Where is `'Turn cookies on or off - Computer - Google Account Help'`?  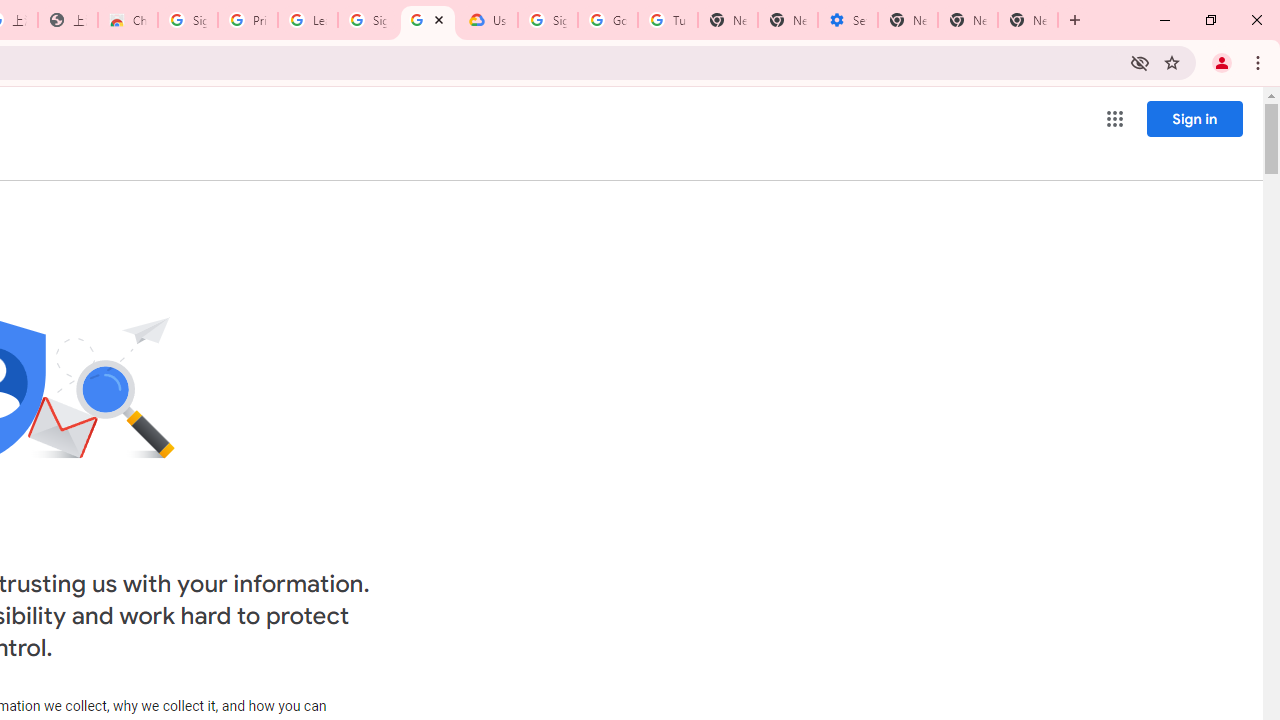 'Turn cookies on or off - Computer - Google Account Help' is located at coordinates (667, 20).